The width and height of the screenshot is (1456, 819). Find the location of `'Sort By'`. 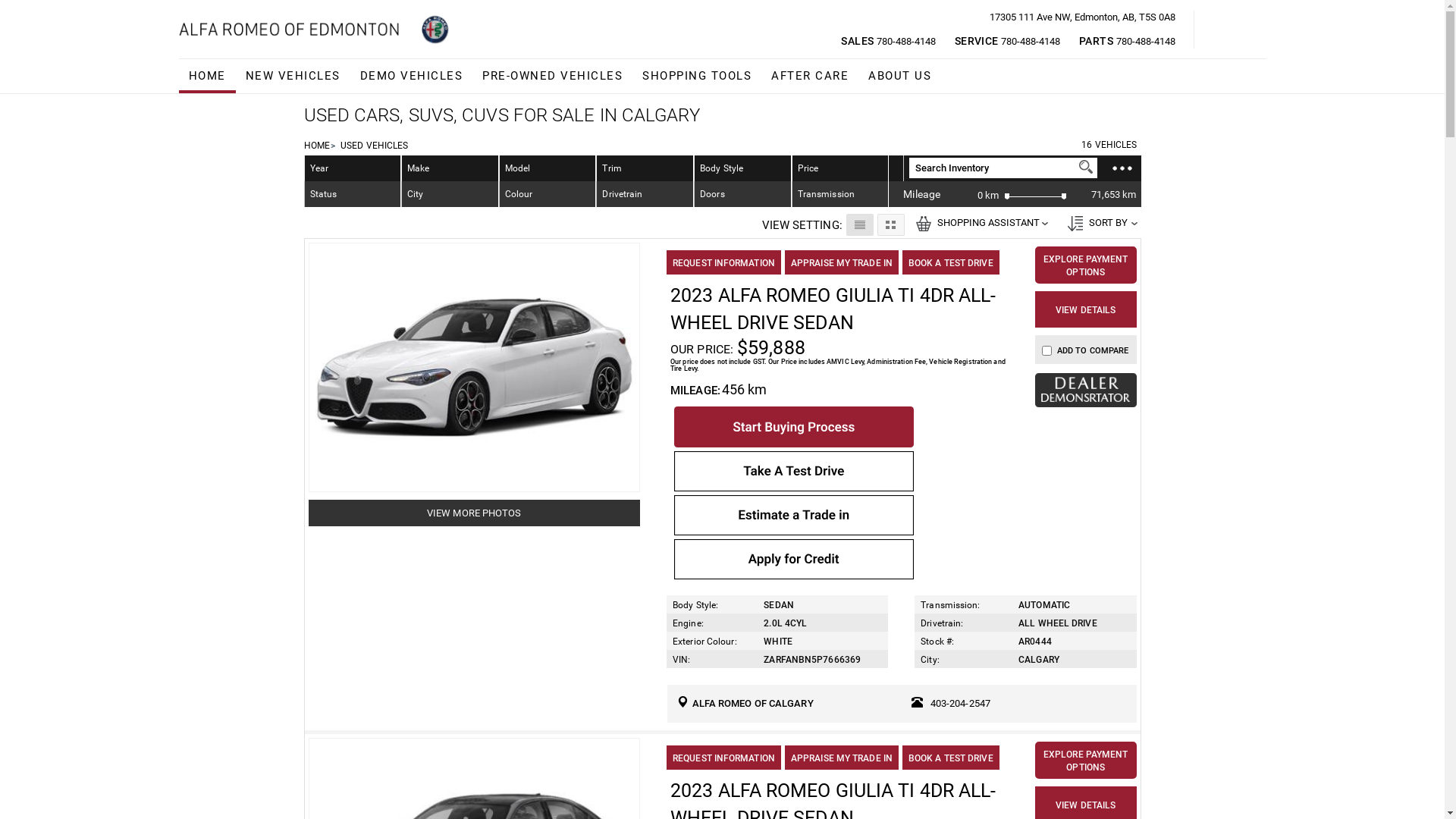

'Sort By' is located at coordinates (1066, 223).